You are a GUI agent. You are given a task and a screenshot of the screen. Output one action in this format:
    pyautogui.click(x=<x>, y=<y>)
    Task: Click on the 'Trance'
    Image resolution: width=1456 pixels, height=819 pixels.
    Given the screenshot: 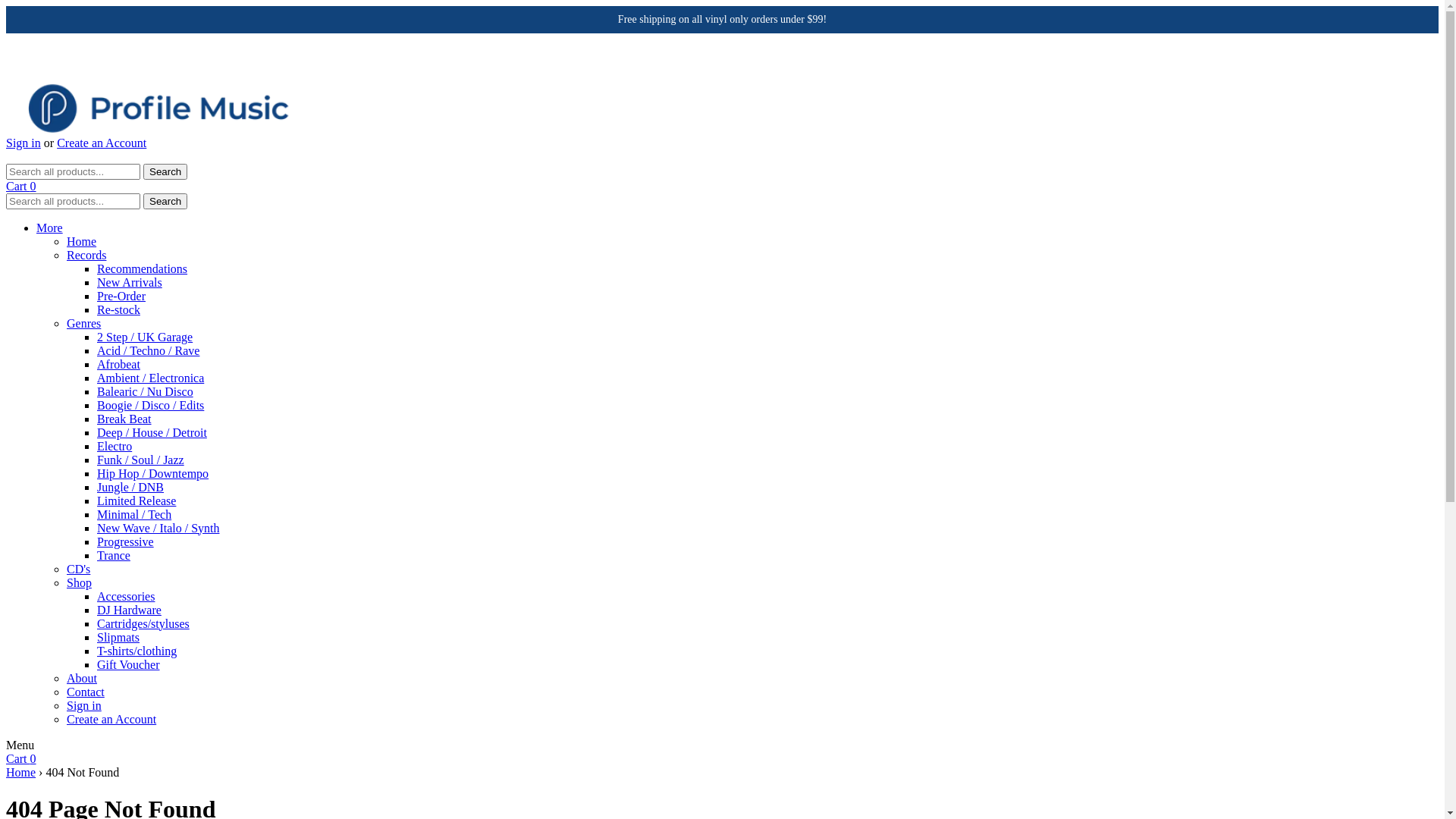 What is the action you would take?
    pyautogui.click(x=112, y=555)
    